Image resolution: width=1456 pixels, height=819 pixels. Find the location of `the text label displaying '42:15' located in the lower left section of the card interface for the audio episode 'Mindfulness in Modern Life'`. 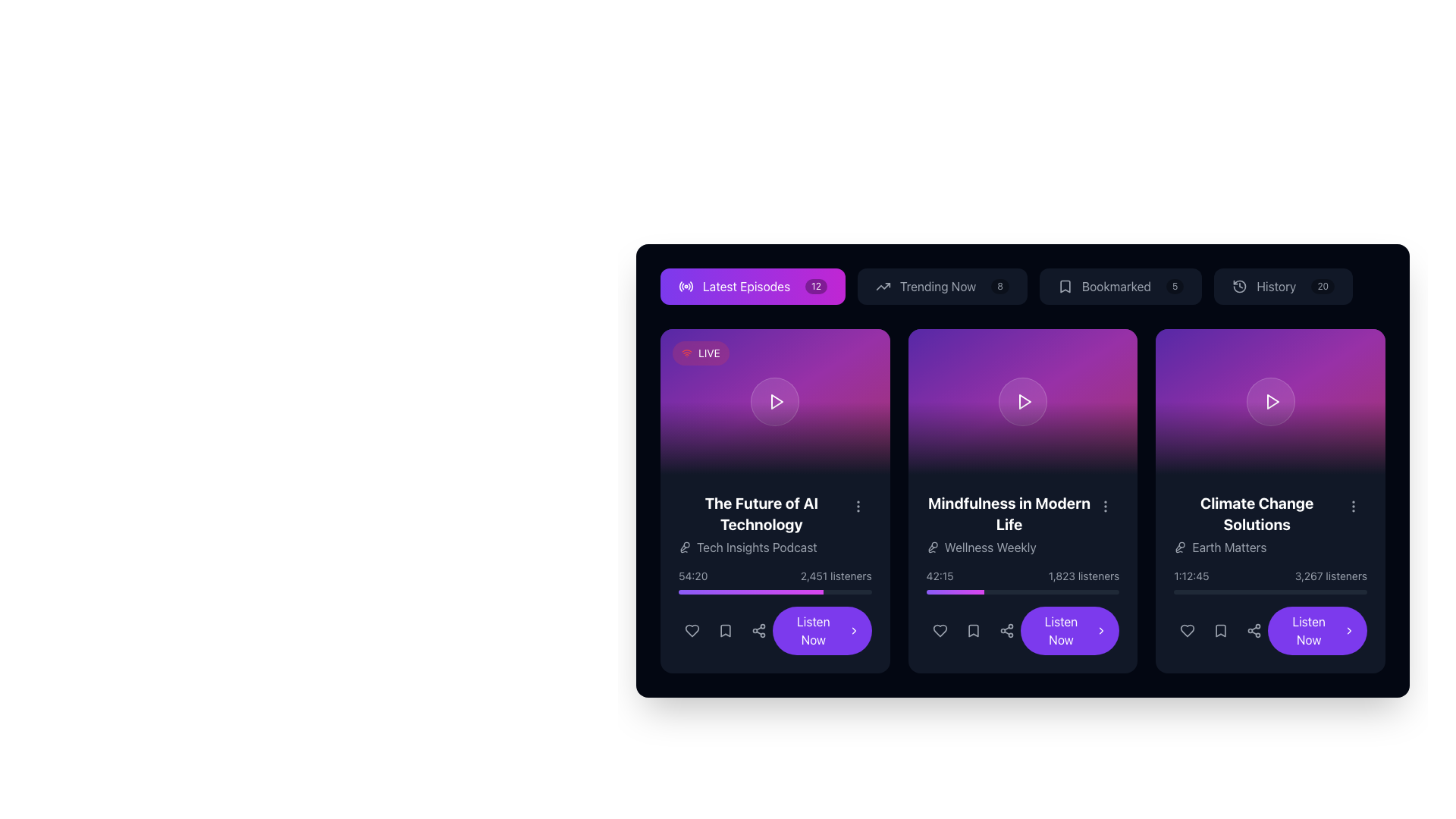

the text label displaying '42:15' located in the lower left section of the card interface for the audio episode 'Mindfulness in Modern Life' is located at coordinates (939, 576).